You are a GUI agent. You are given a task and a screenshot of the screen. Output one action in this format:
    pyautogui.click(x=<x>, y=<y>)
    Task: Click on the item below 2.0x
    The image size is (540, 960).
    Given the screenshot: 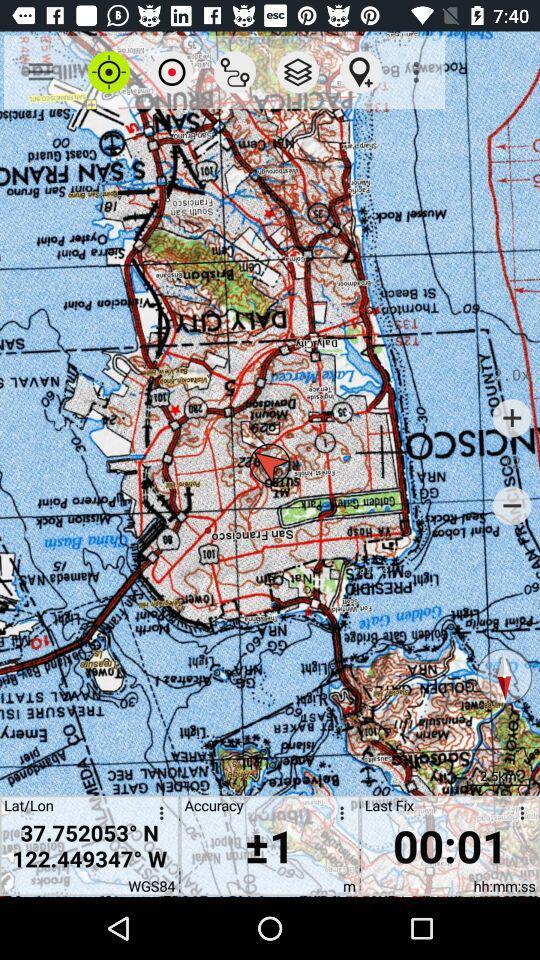 What is the action you would take?
    pyautogui.click(x=512, y=417)
    